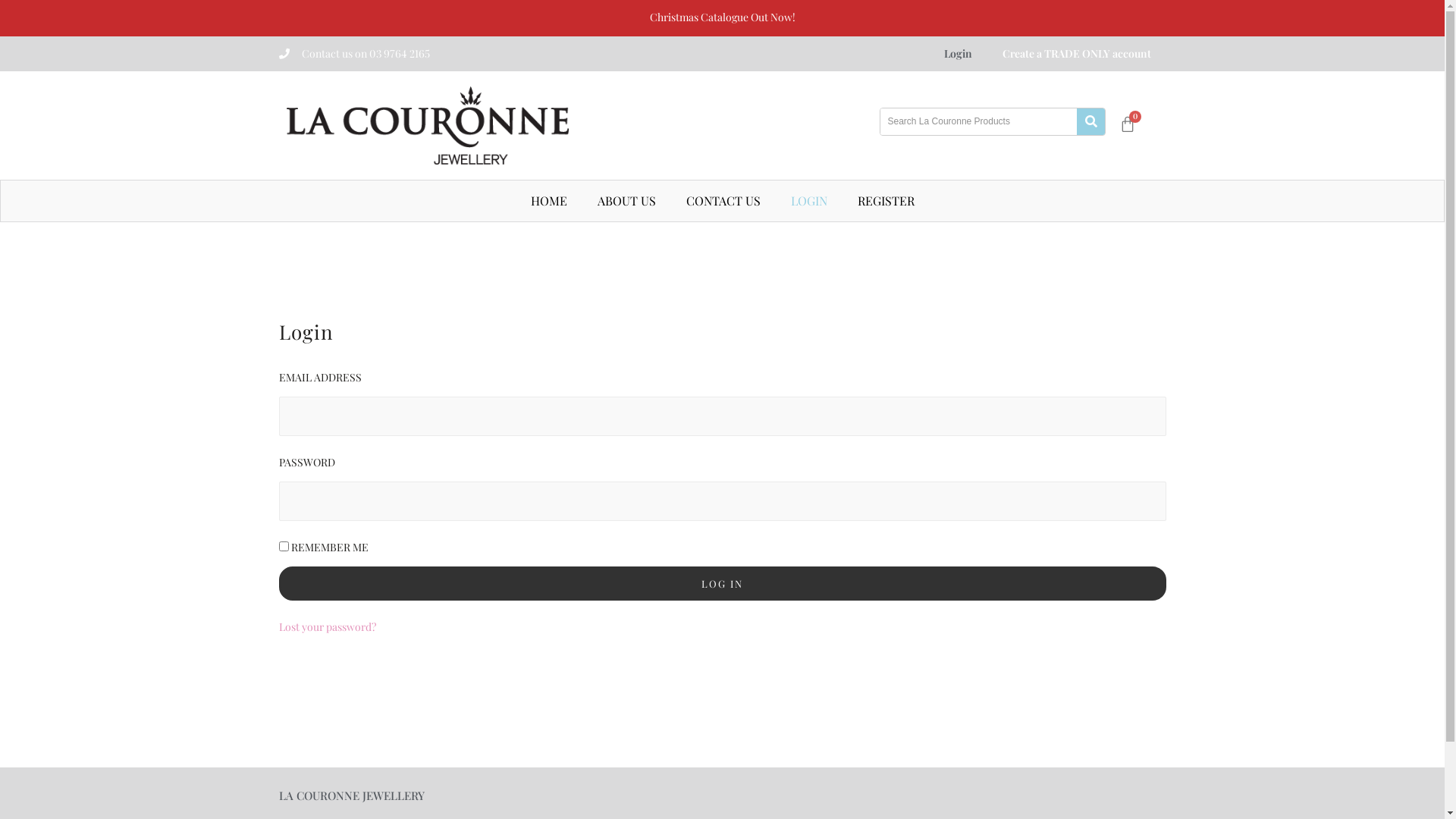 The width and height of the screenshot is (1456, 819). I want to click on 'LOGIN', so click(807, 200).